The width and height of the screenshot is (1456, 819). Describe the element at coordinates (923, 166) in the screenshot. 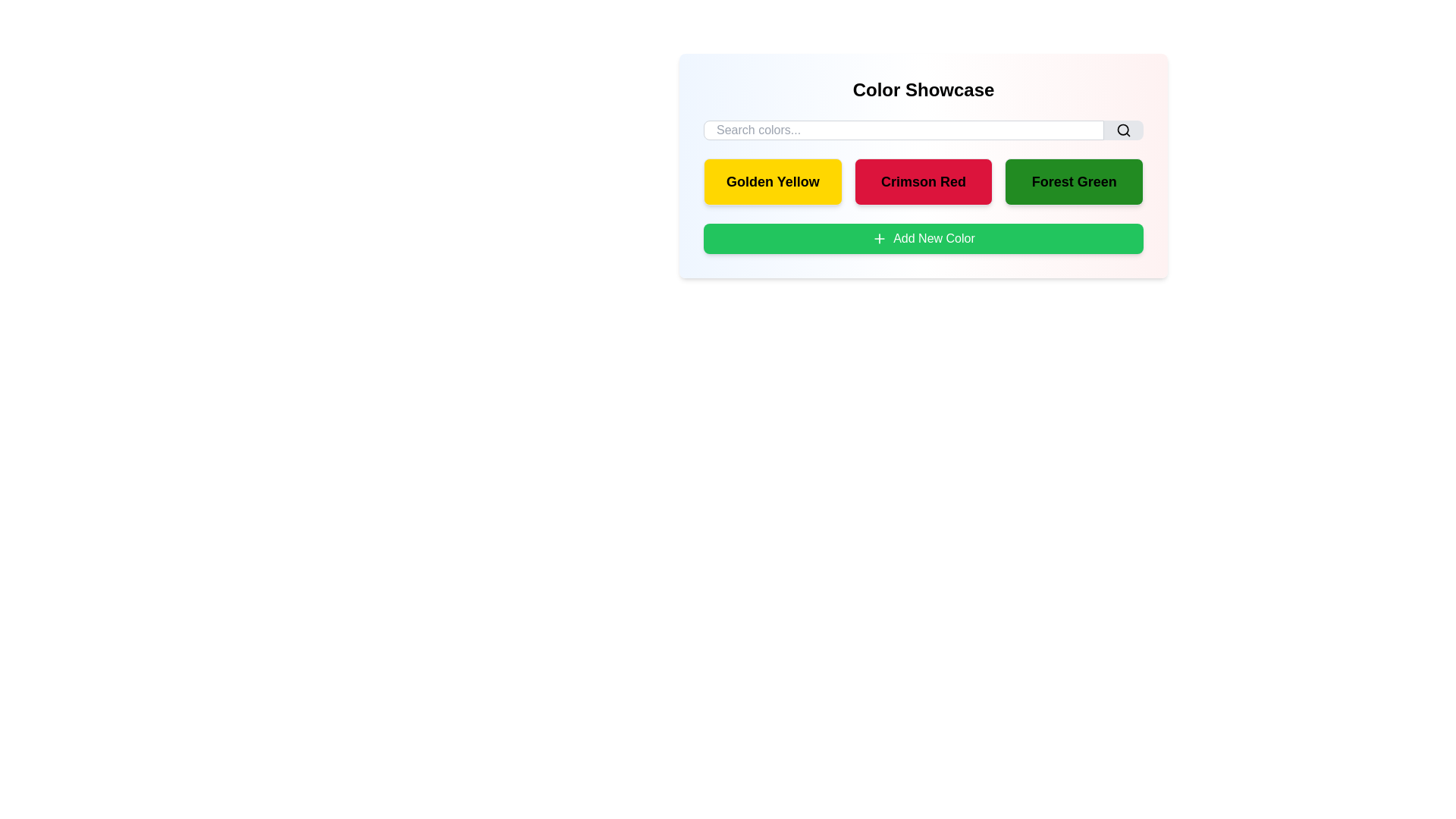

I see `the rectangular button with a red background and bold black text reading 'Crimson Red' located in the middle of the layout, positioned between 'Golden Yellow' and 'Forest Green' buttons` at that location.